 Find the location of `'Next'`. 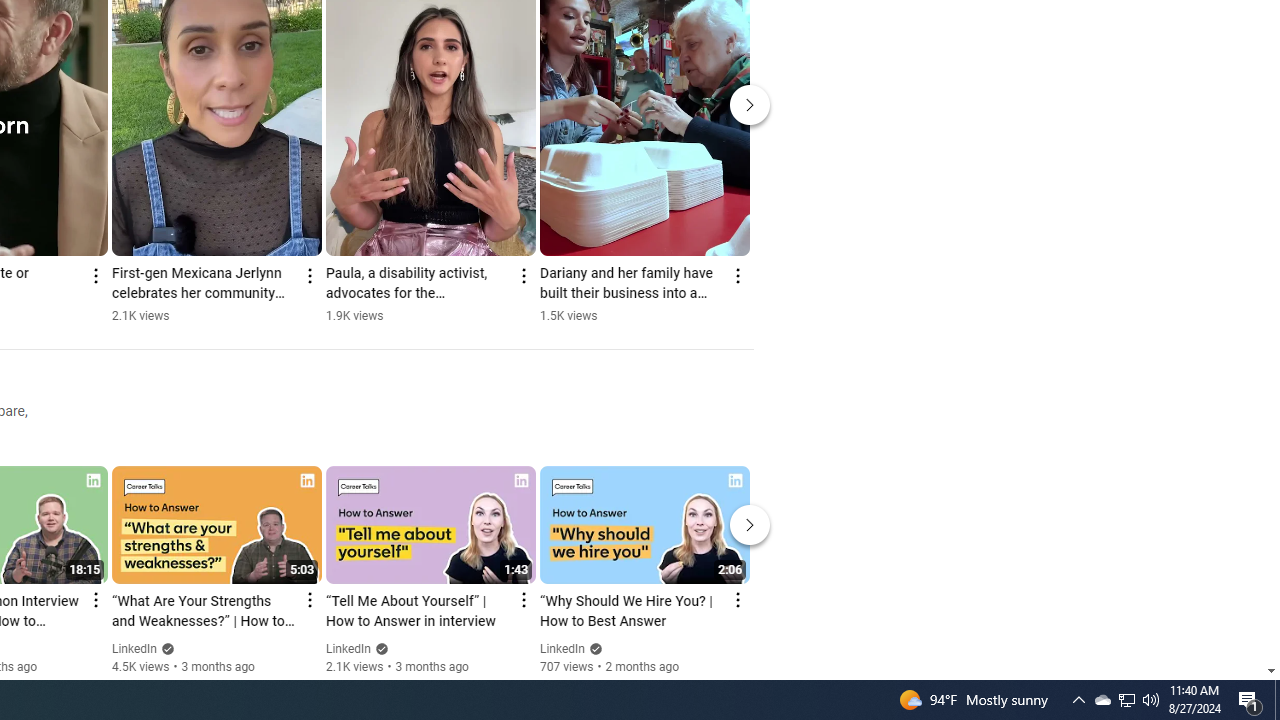

'Next' is located at coordinates (749, 524).